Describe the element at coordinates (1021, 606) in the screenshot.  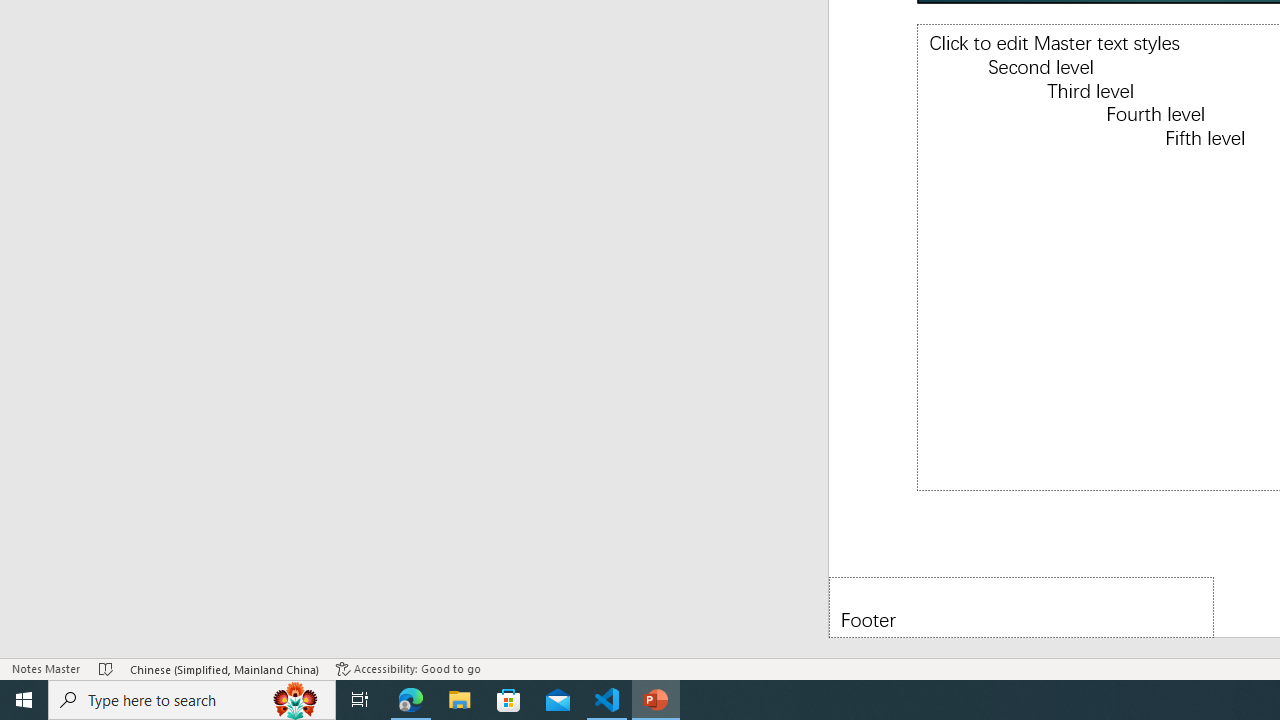
I see `'Footer'` at that location.